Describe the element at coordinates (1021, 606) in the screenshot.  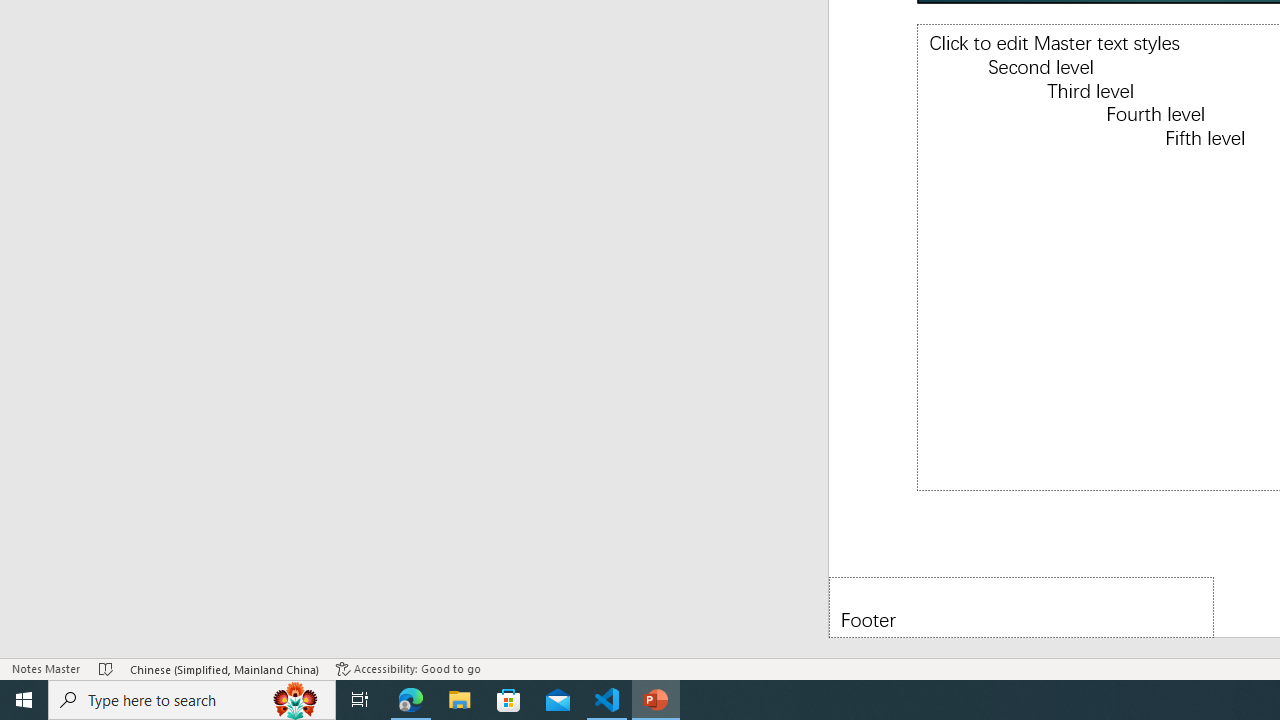
I see `'Footer'` at that location.